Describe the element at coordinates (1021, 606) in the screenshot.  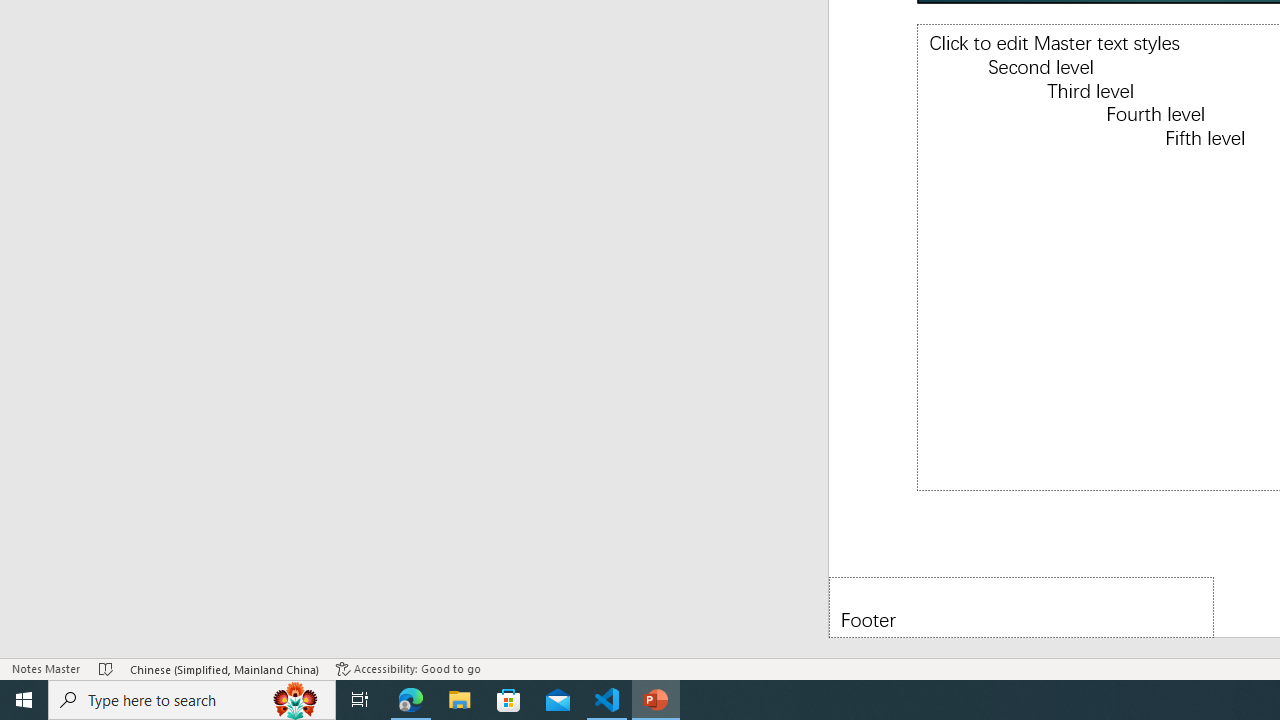
I see `'Footer'` at that location.